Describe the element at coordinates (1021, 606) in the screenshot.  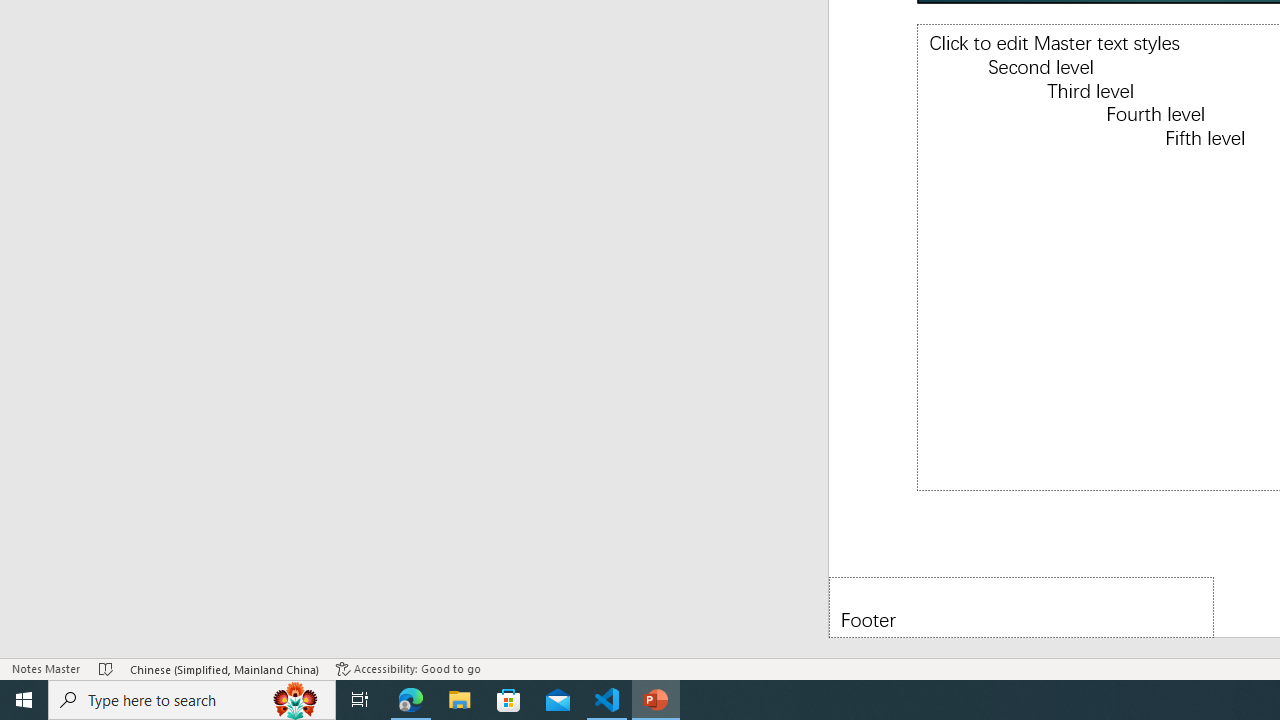
I see `'Footer'` at that location.